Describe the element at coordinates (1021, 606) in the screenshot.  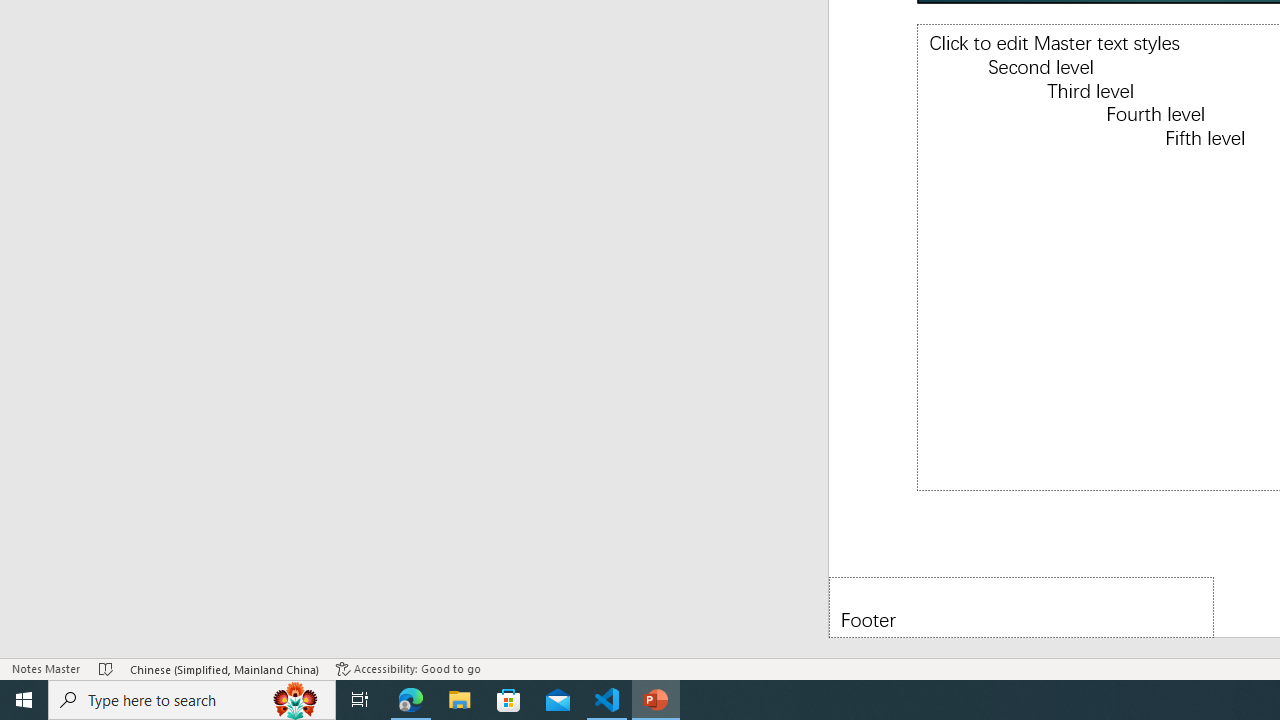
I see `'Footer'` at that location.